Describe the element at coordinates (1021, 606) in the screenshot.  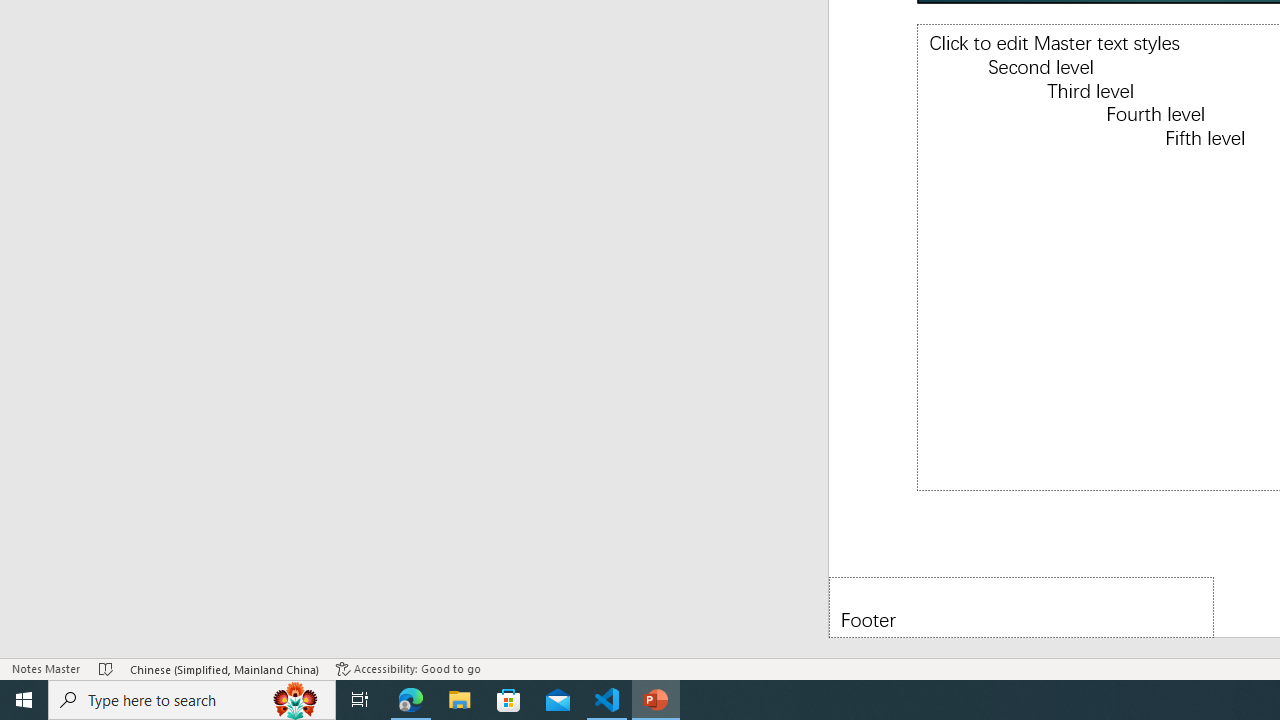
I see `'Footer'` at that location.